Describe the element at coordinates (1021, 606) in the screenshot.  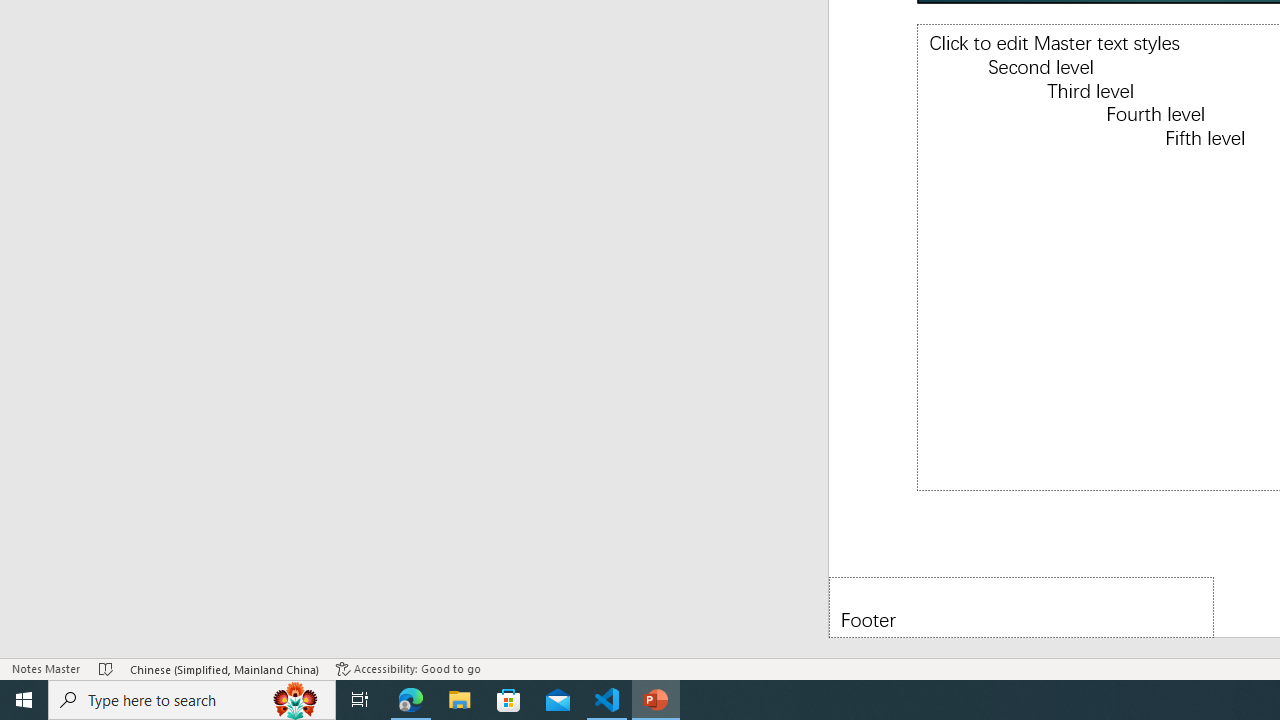
I see `'Footer'` at that location.